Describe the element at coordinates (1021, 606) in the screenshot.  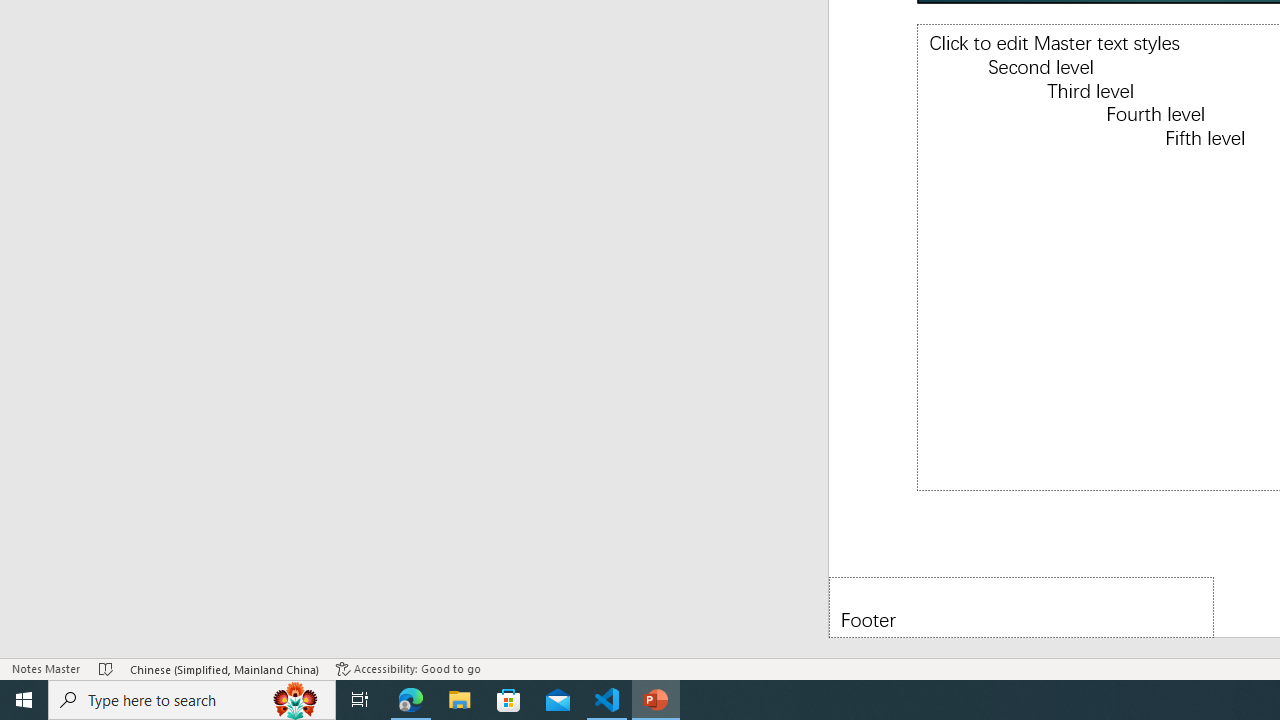
I see `'Footer'` at that location.